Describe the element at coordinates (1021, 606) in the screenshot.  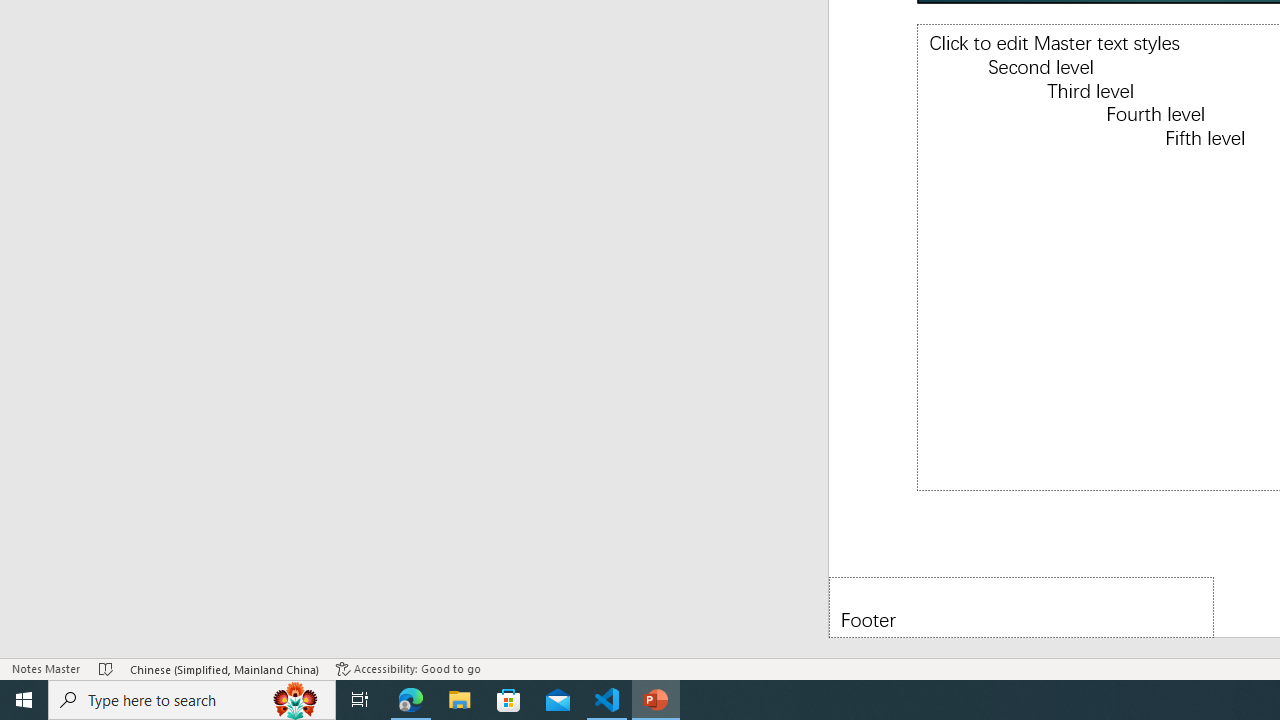
I see `'Footer'` at that location.